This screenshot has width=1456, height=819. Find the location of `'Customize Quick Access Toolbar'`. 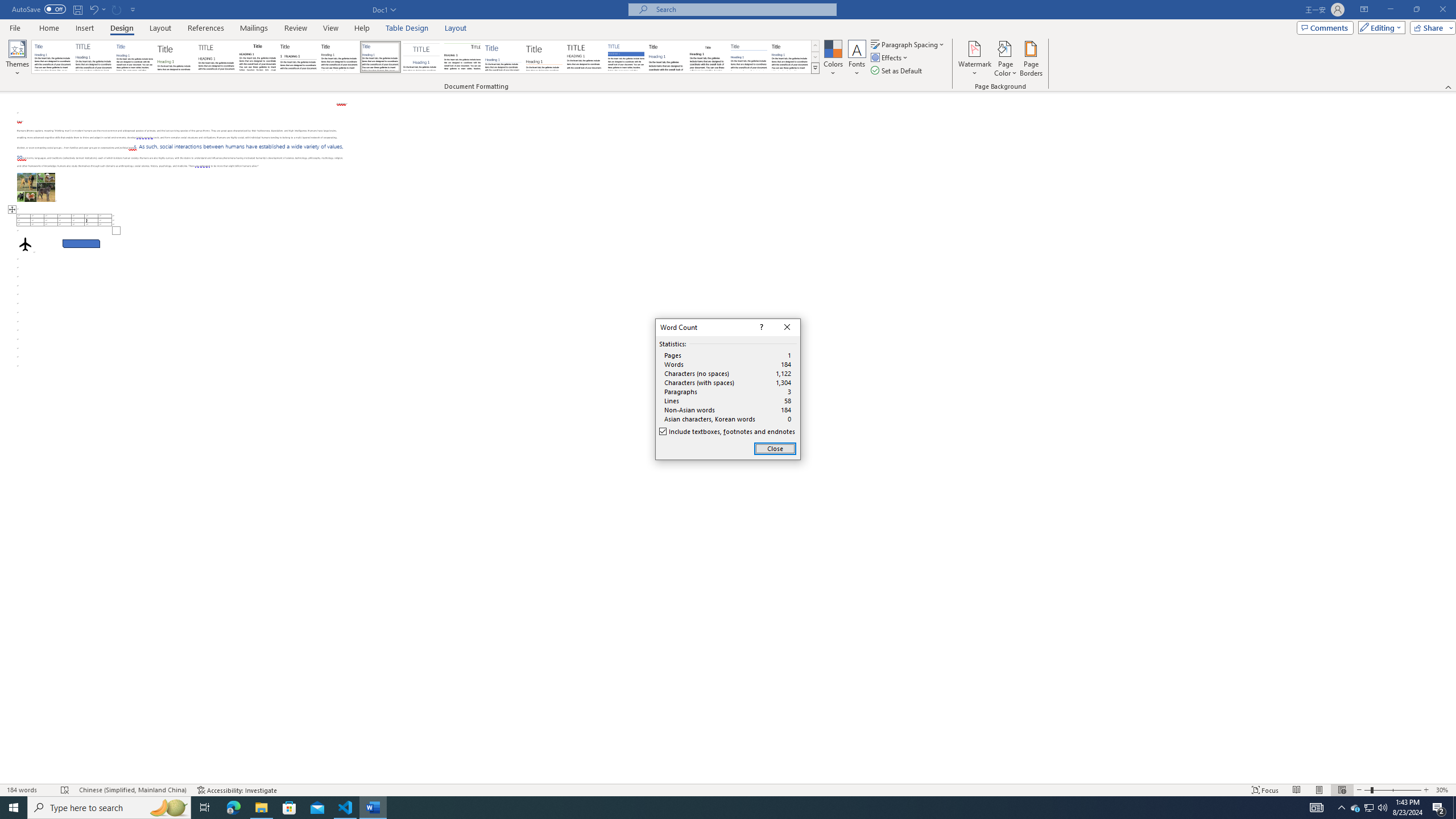

'Customize Quick Access Toolbar' is located at coordinates (133, 9).